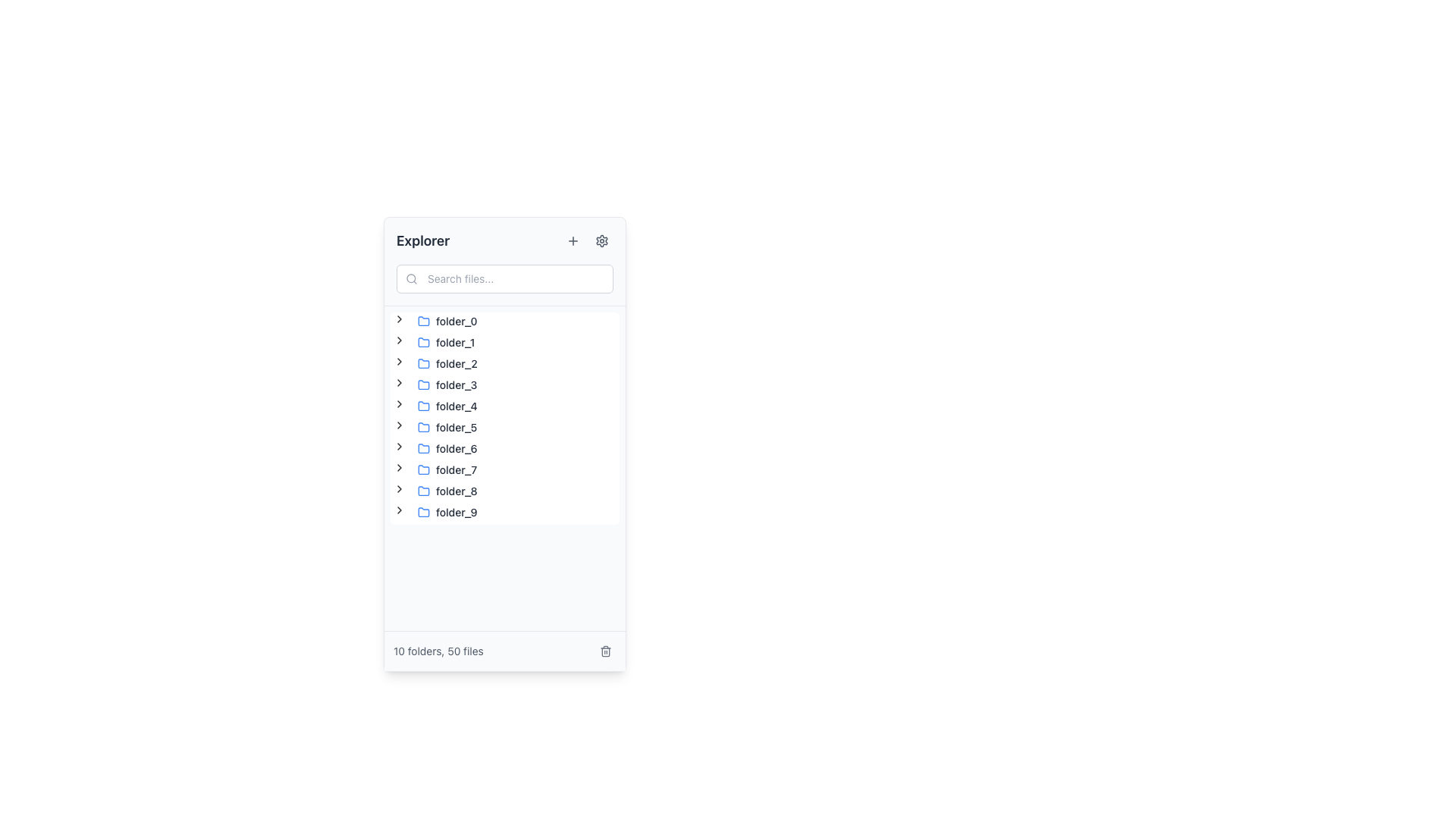 The height and width of the screenshot is (819, 1456). Describe the element at coordinates (455, 447) in the screenshot. I see `the label displaying 'folder_6' in dark gray font within the sidebar file list` at that location.